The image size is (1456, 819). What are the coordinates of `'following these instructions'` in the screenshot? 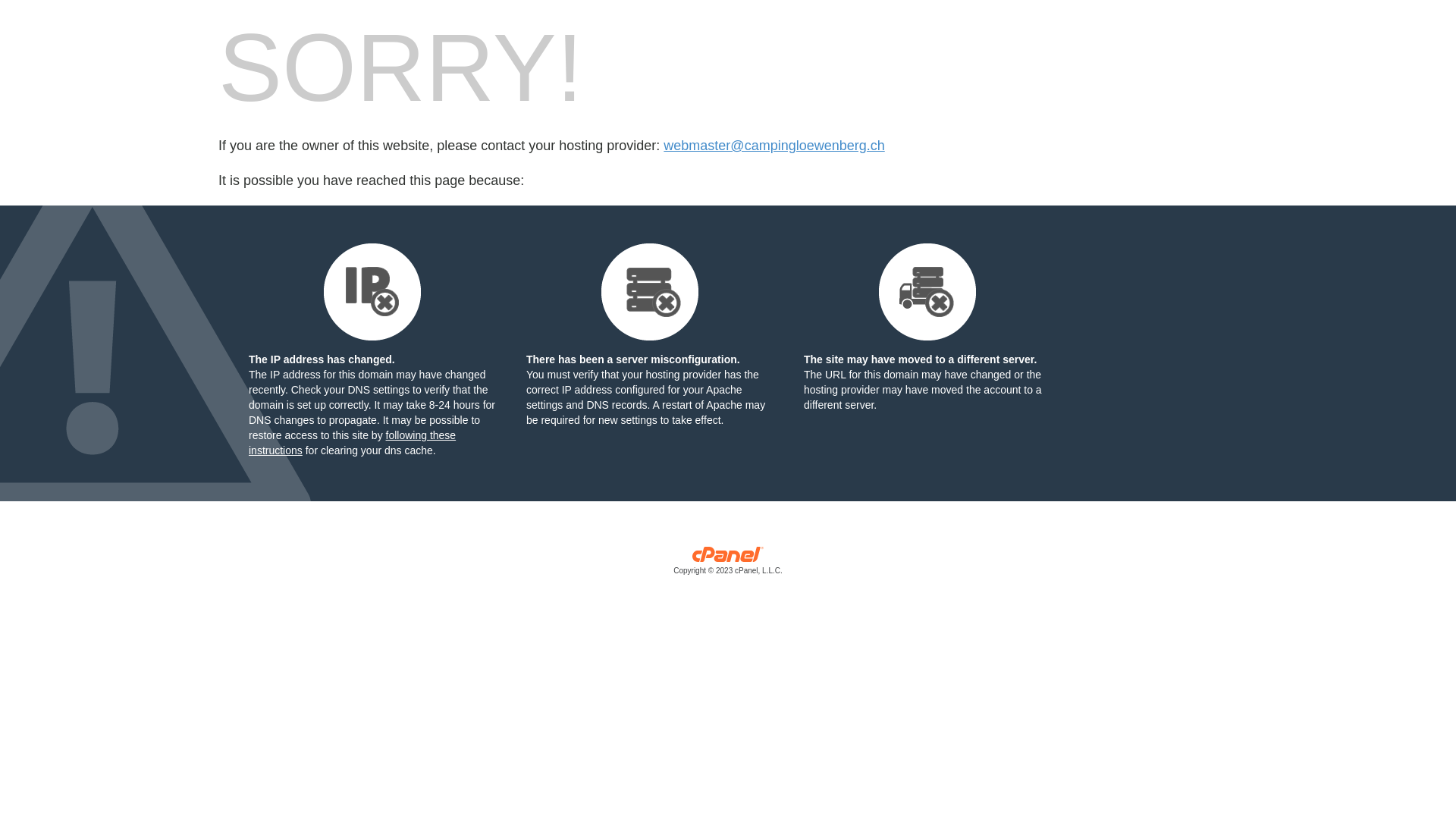 It's located at (351, 442).